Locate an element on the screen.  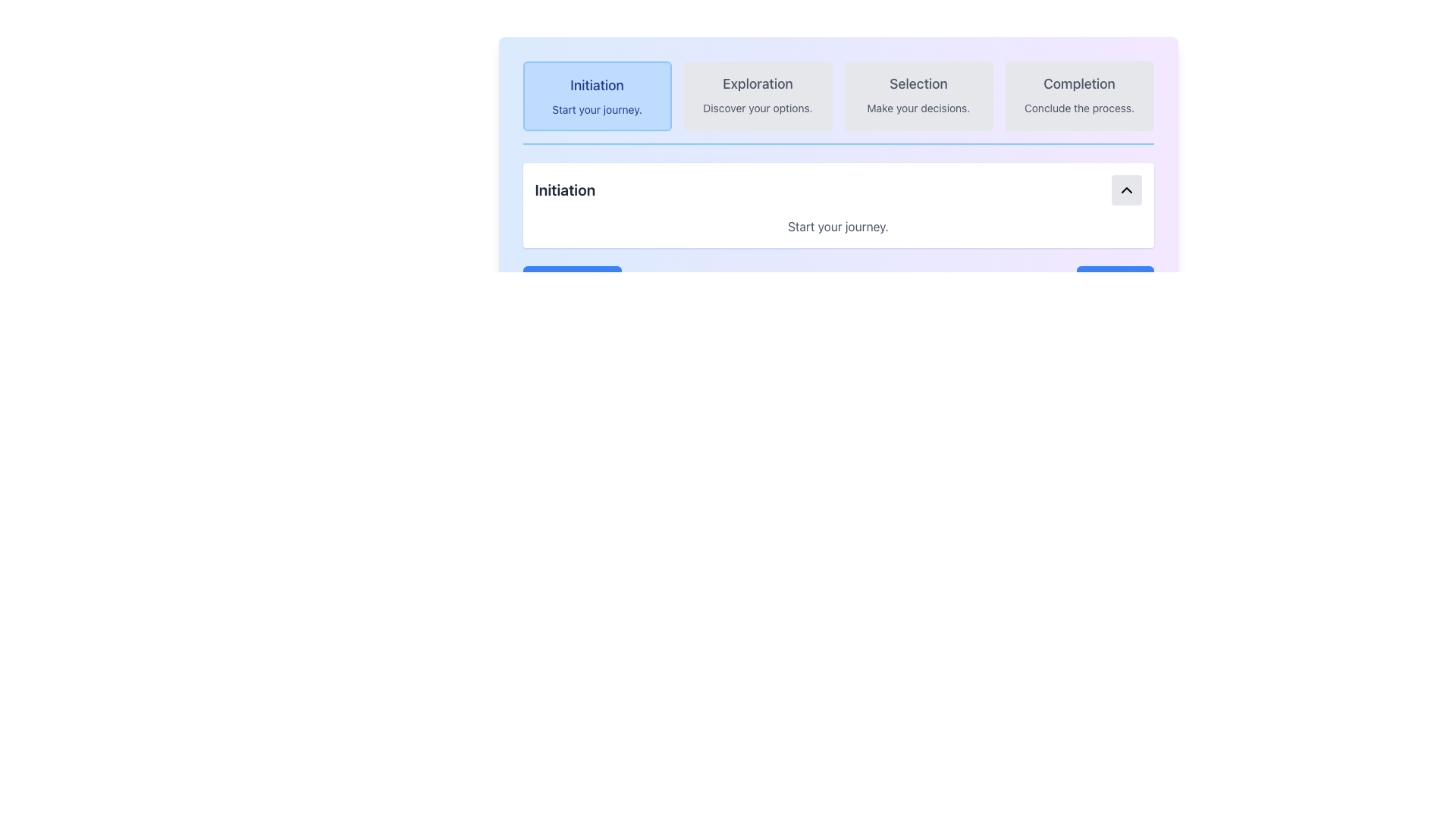
the 'Exploration' heading text element located in the second gray rectangular block at the top of the page, which serves as a descriptive section title is located at coordinates (758, 84).